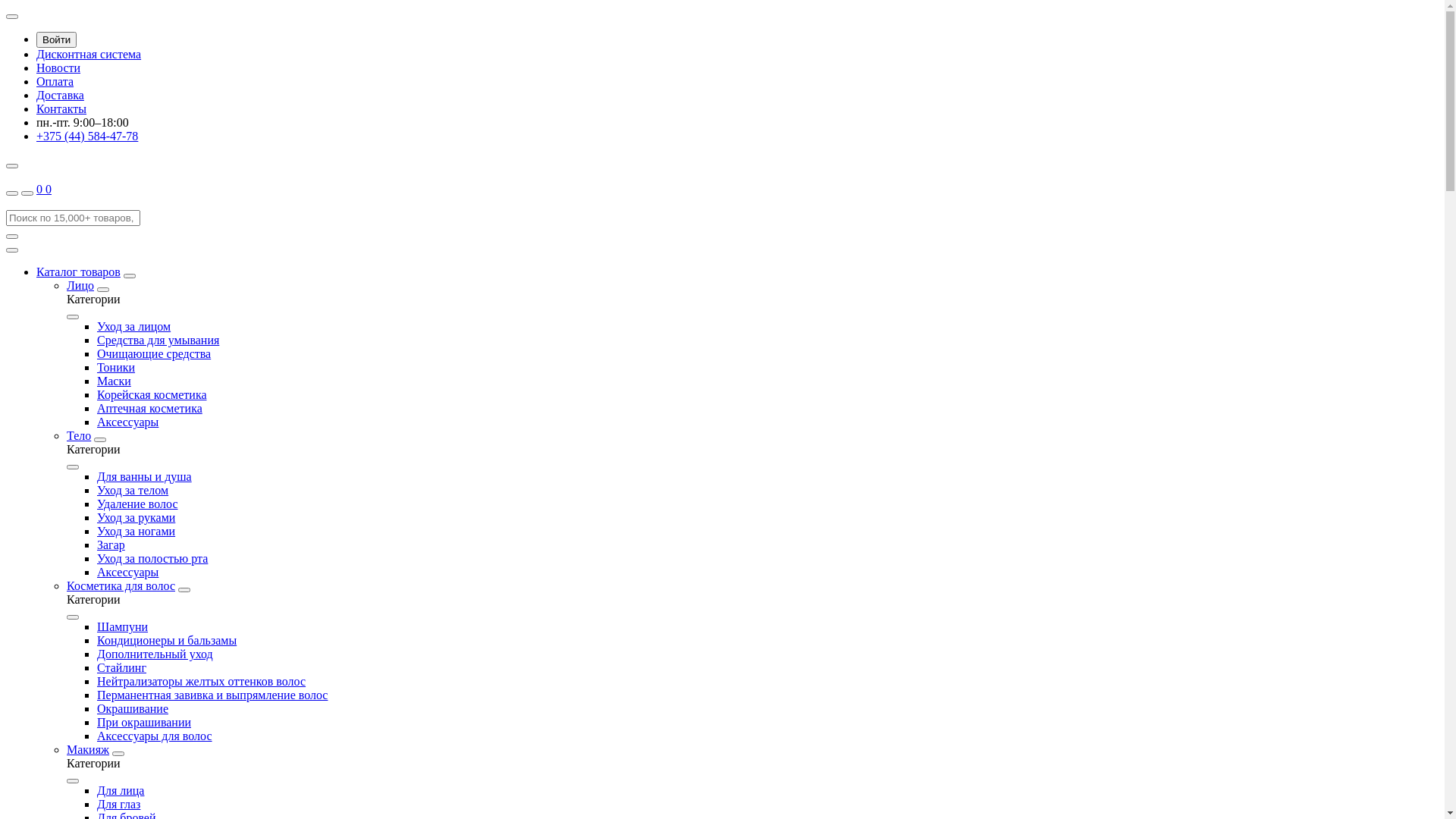 The height and width of the screenshot is (819, 1456). I want to click on '+375 (44) 584-47-78', so click(86, 135).